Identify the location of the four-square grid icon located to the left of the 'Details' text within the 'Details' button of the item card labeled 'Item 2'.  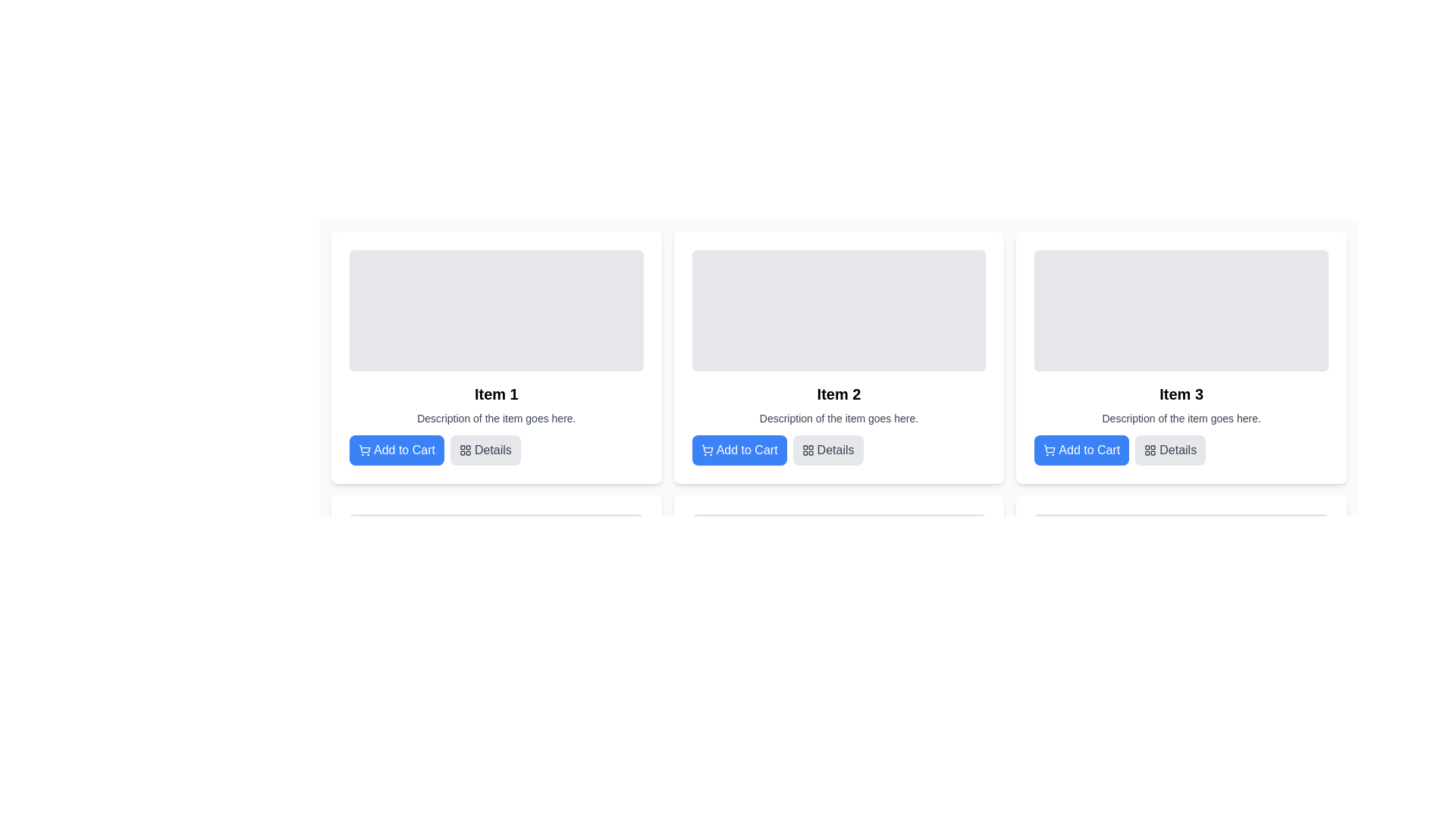
(807, 450).